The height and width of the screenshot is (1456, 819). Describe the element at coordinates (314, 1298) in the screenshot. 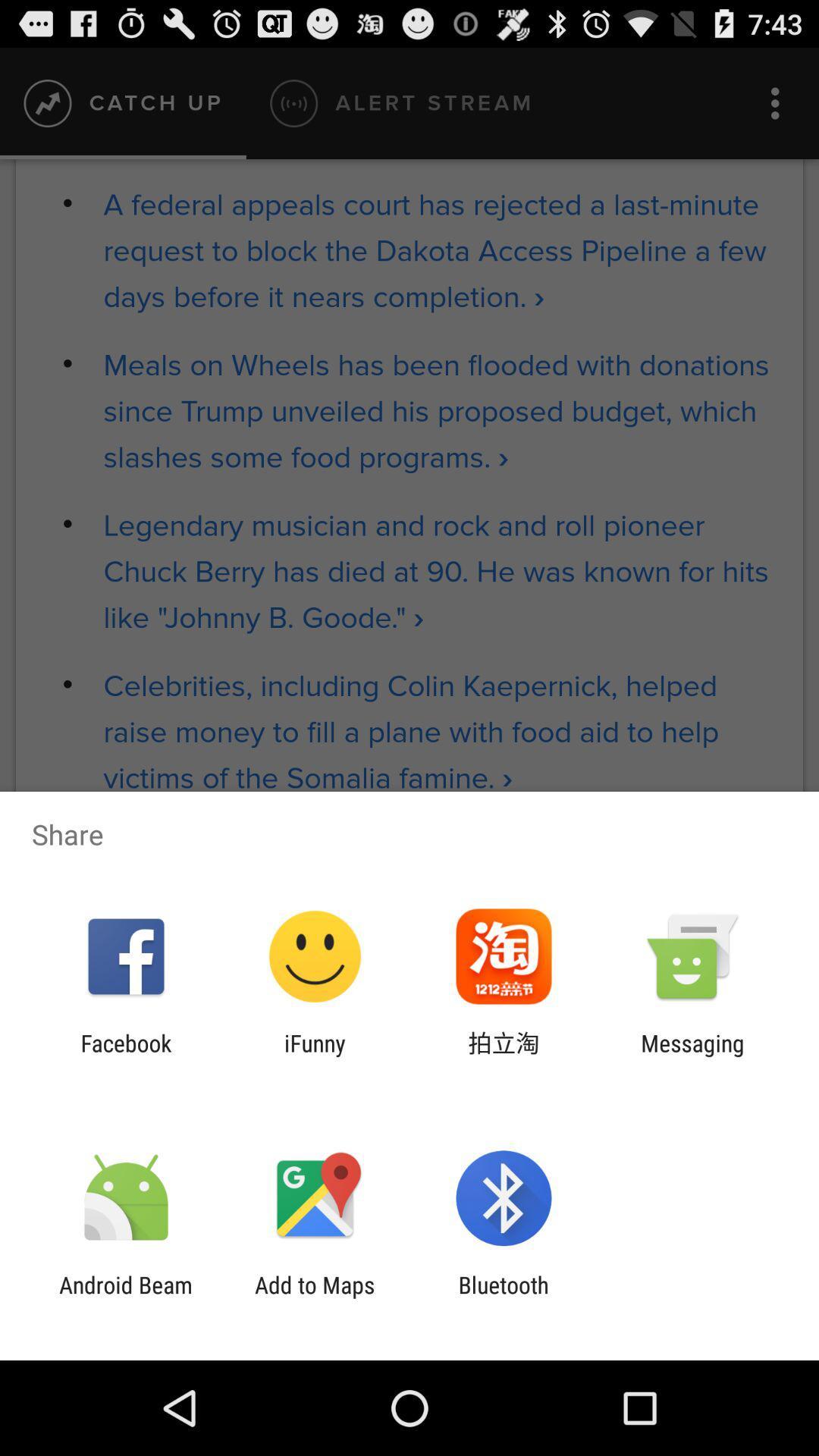

I see `add to maps icon` at that location.